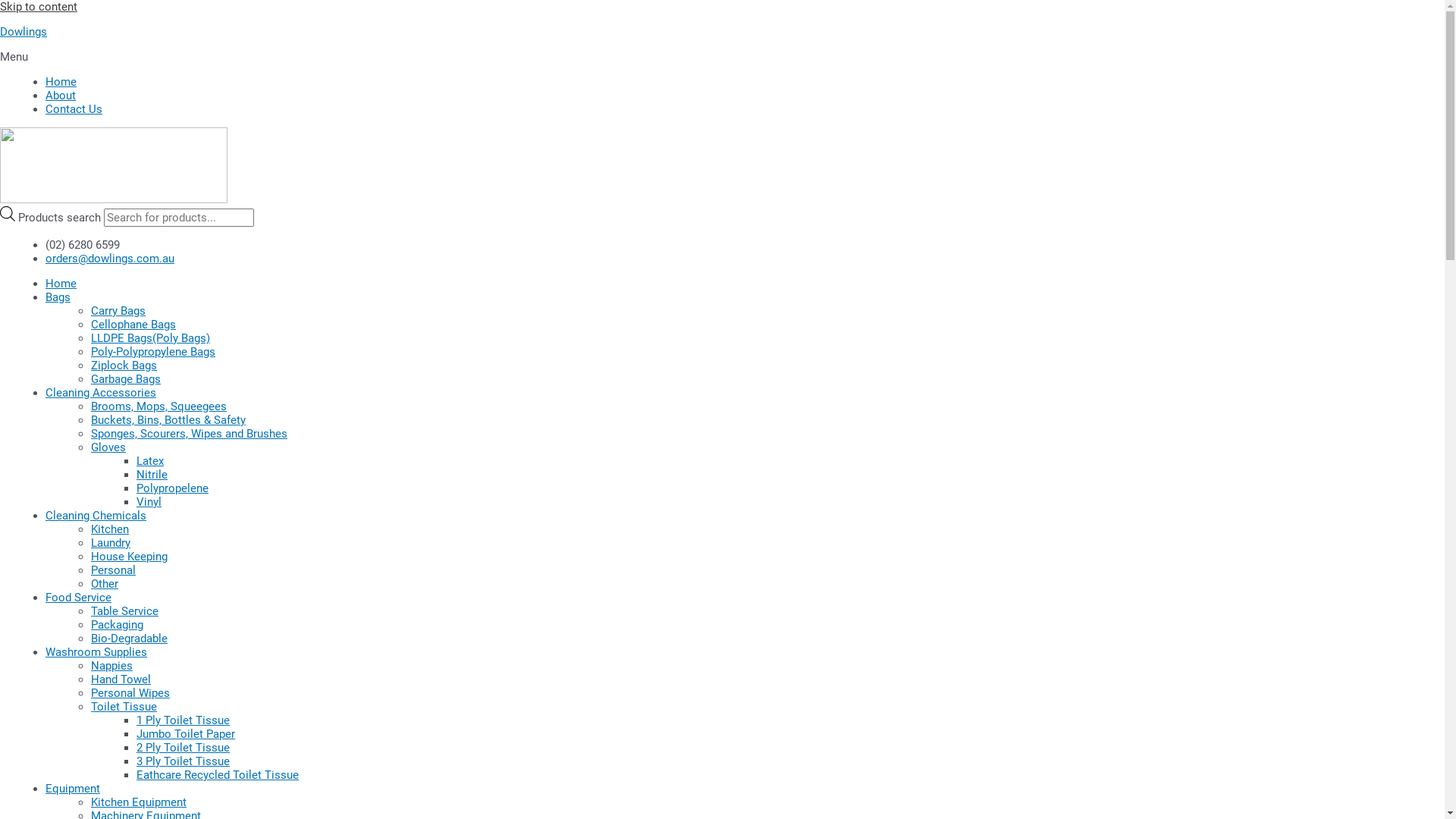 The image size is (1456, 819). What do you see at coordinates (124, 610) in the screenshot?
I see `'Table Service'` at bounding box center [124, 610].